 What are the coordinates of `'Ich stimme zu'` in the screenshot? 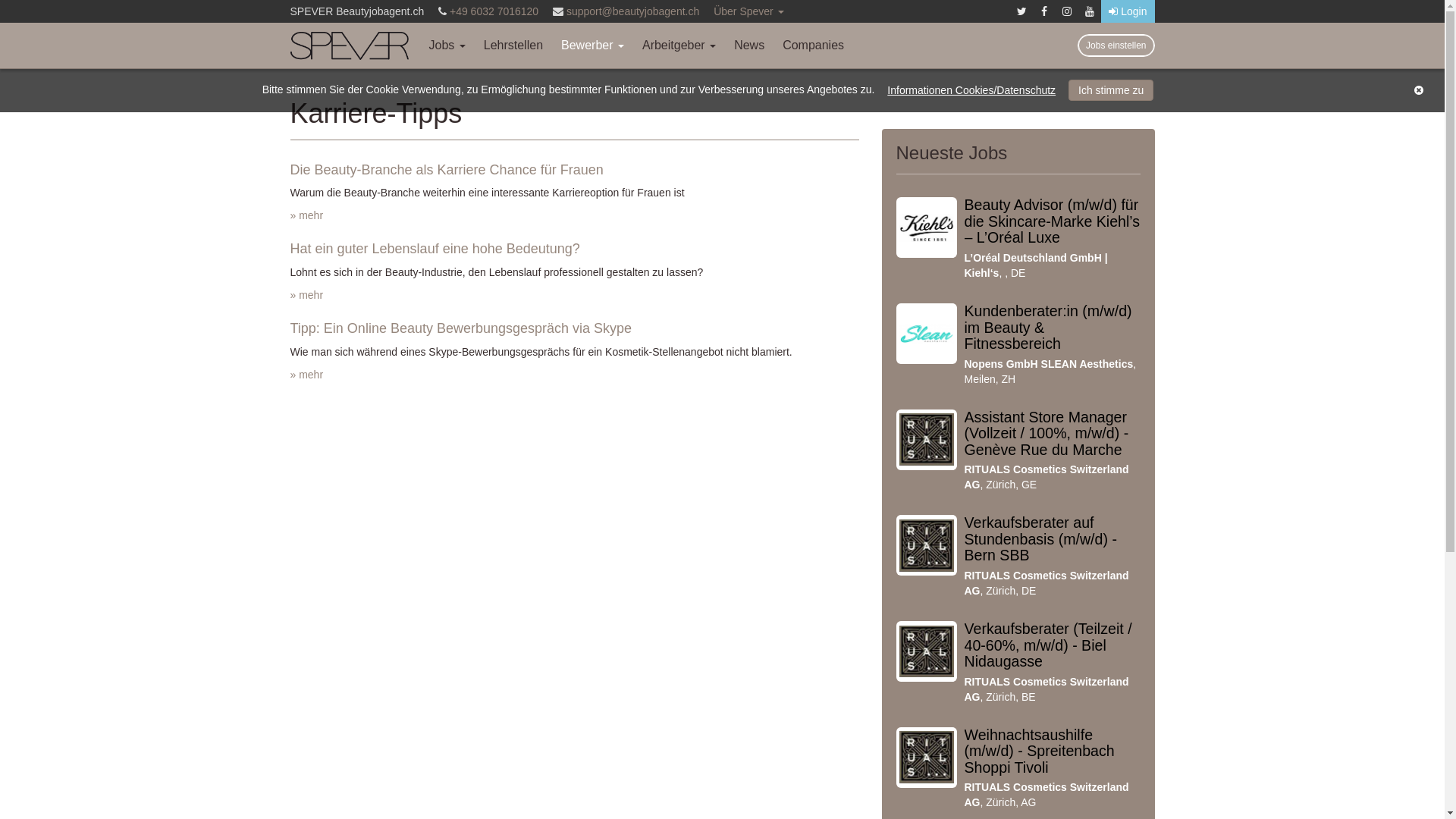 It's located at (1068, 90).